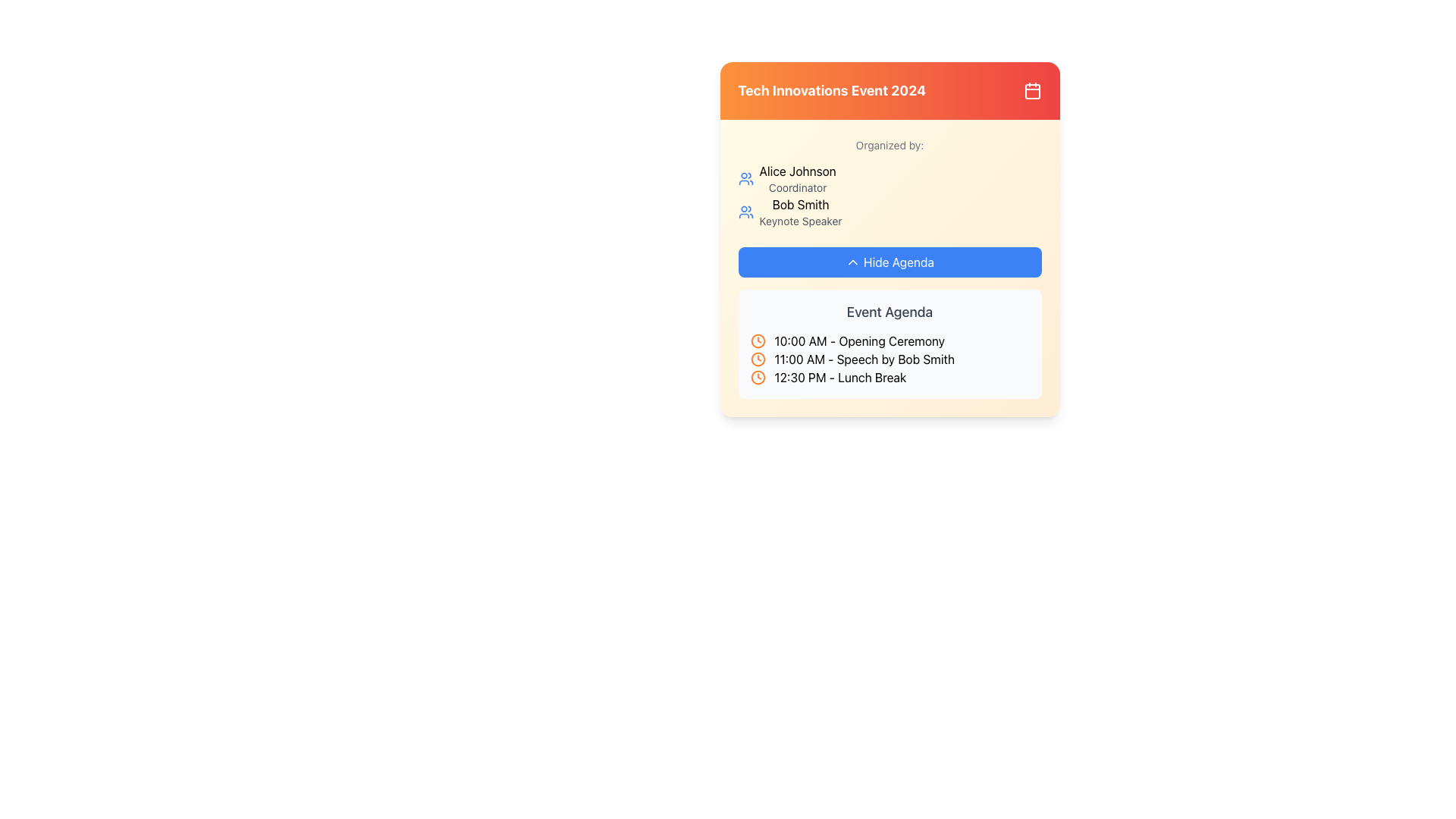 The image size is (1456, 819). I want to click on the Static Text Label displaying 'Bob Smith', which is positioned above 'Keynote Speaker' and below 'Alice Johnson - Coordinator', to select the text, so click(800, 205).